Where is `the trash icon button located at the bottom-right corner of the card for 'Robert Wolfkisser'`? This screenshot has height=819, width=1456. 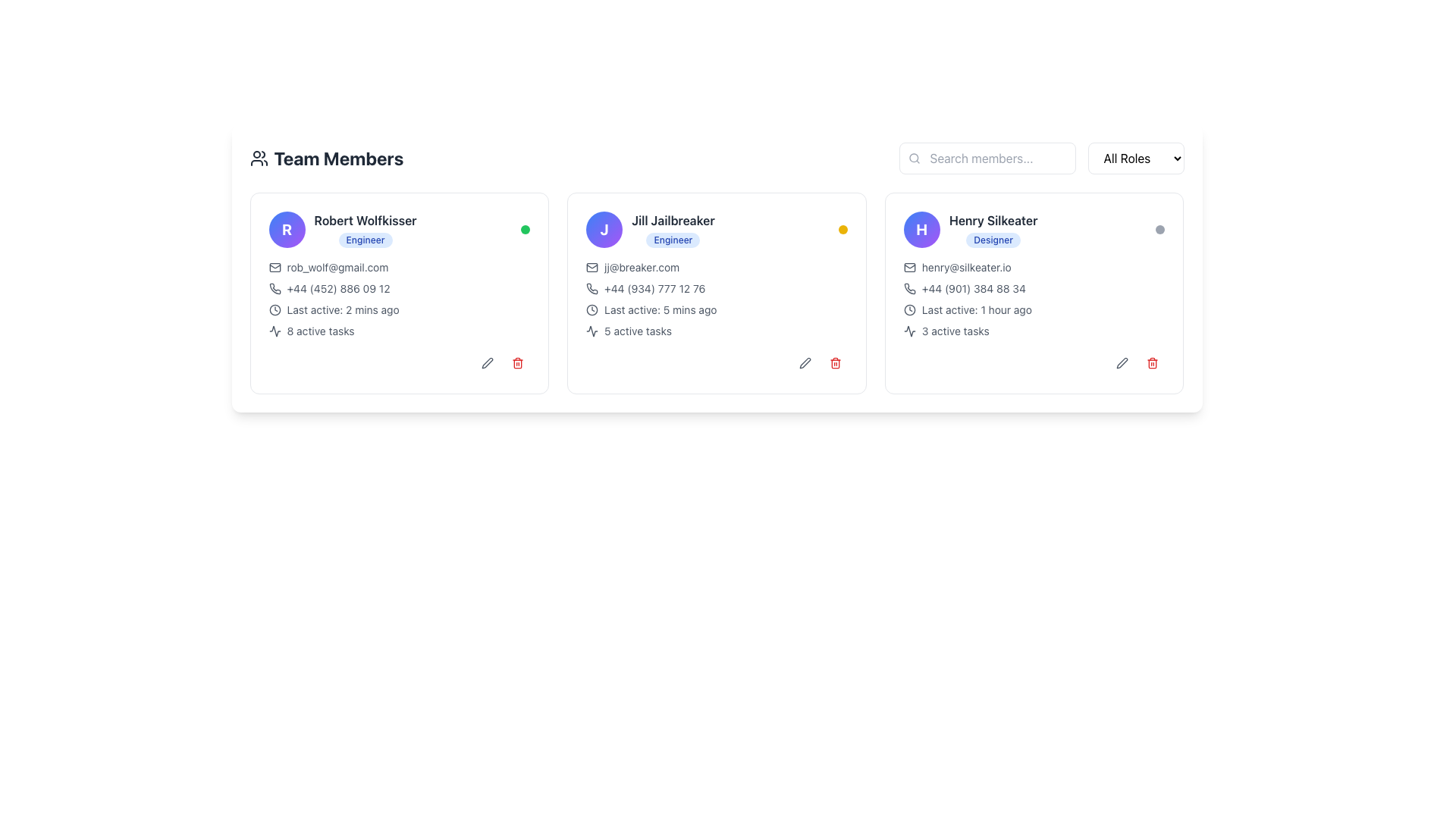
the trash icon button located at the bottom-right corner of the card for 'Robert Wolfkisser' is located at coordinates (518, 362).